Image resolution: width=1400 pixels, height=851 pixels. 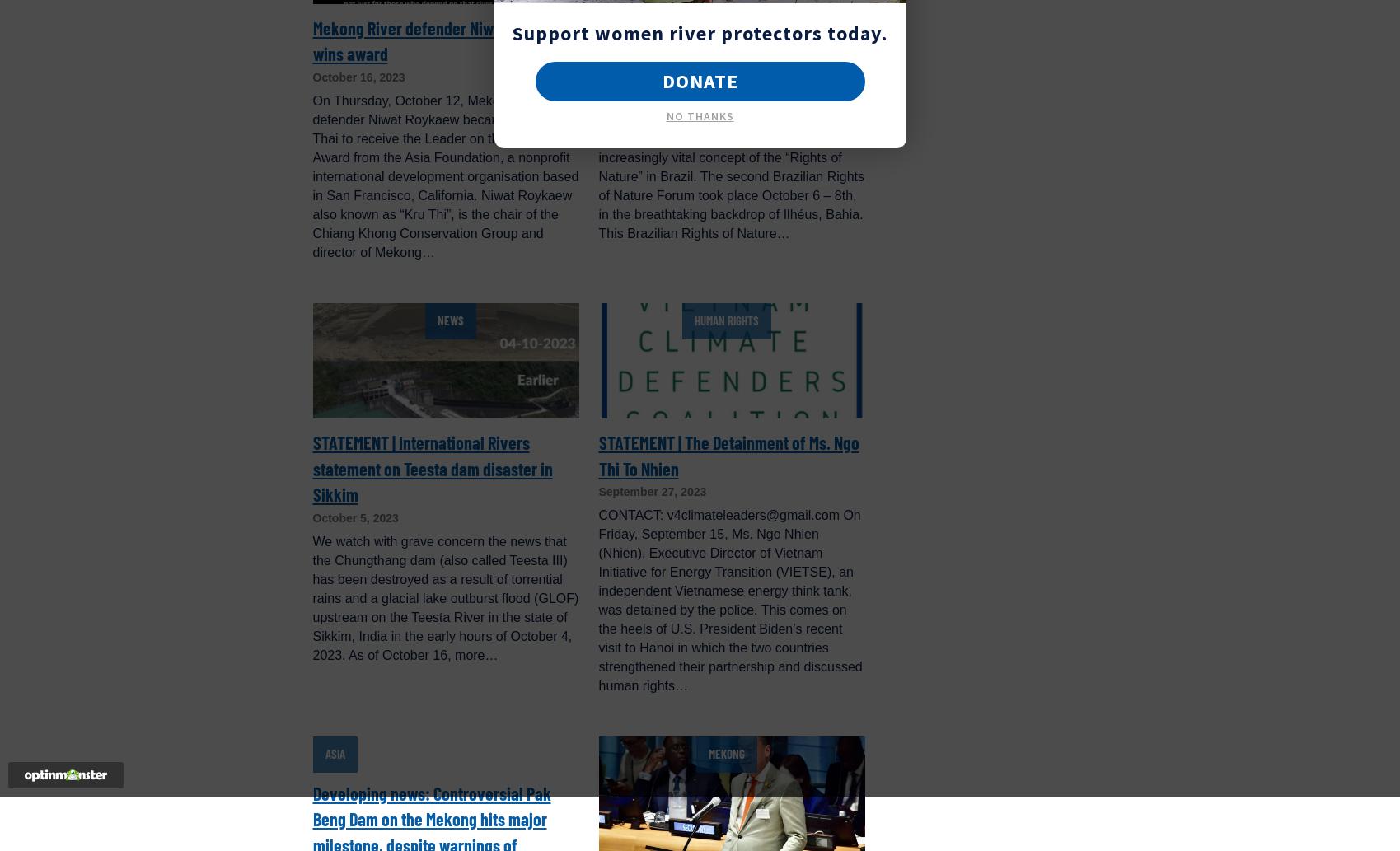 What do you see at coordinates (644, 77) in the screenshot?
I see `'October 10, 2023'` at bounding box center [644, 77].